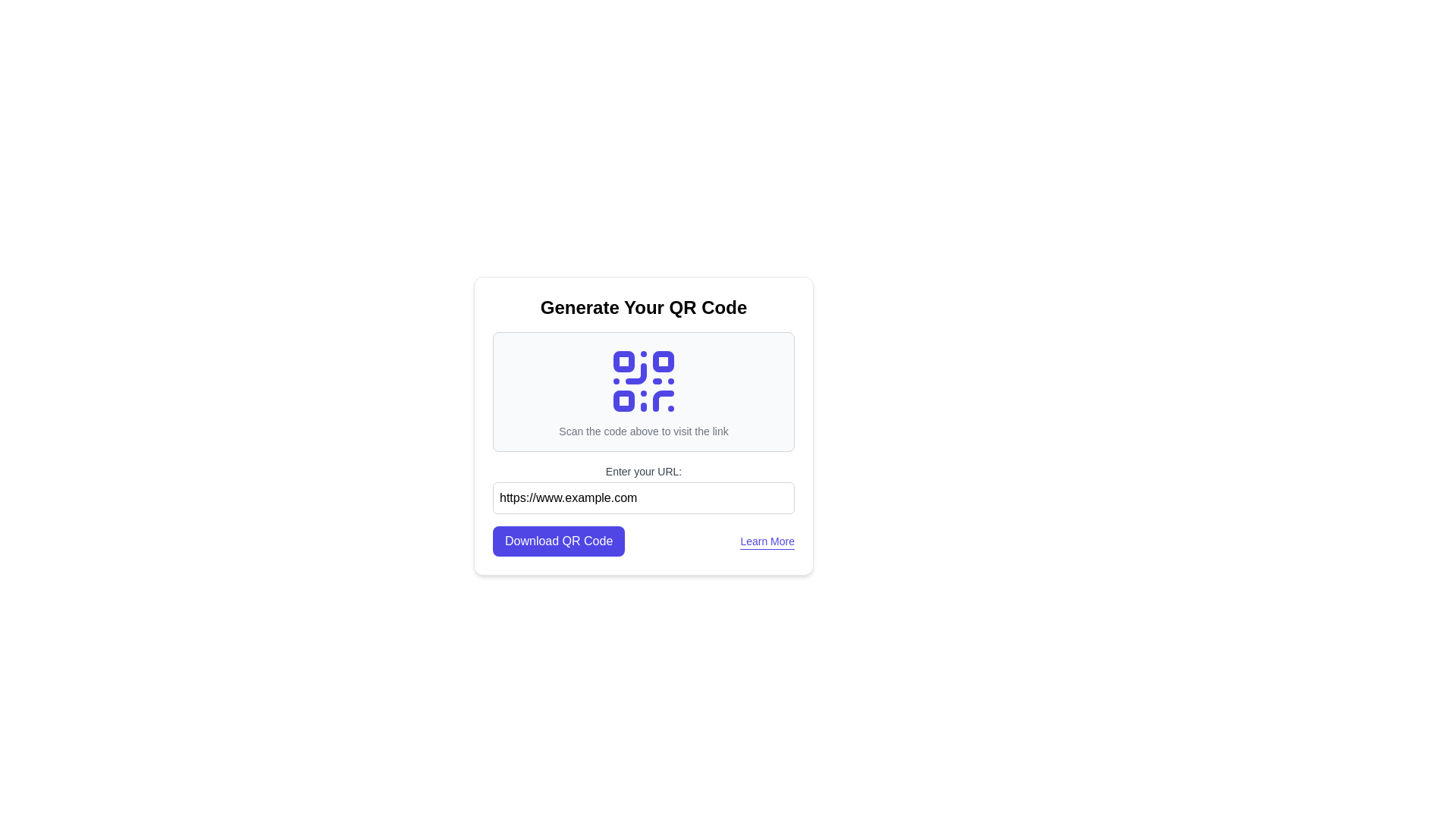 The height and width of the screenshot is (819, 1456). What do you see at coordinates (767, 540) in the screenshot?
I see `the 'Learn More' hyperlink element, which is styled with an indigo color scheme and underlined` at bounding box center [767, 540].